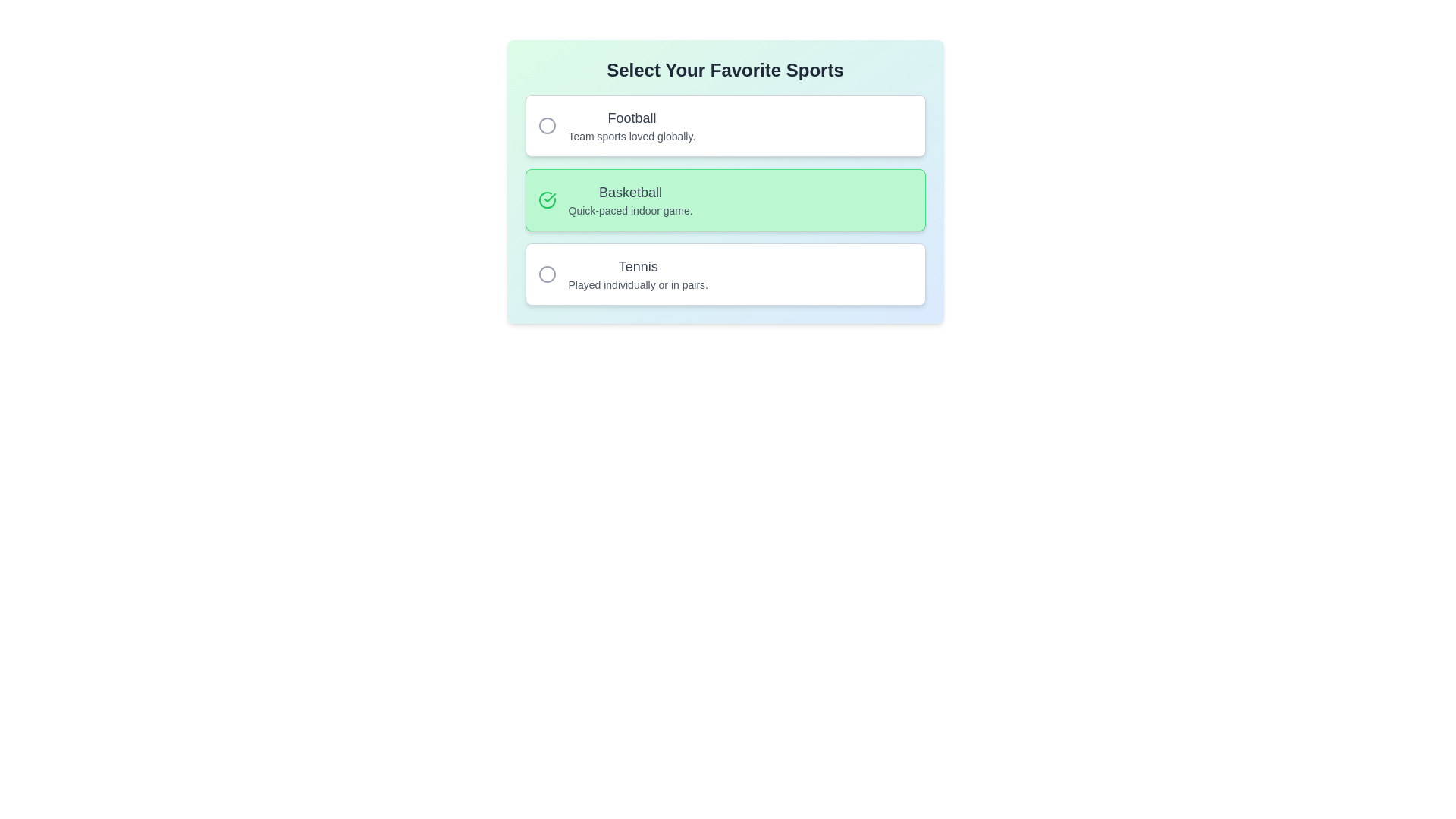  I want to click on the selectable area associated with the 'Basketball' text label, which serves as the title for this option in the vertical list of sports choices, so click(630, 192).